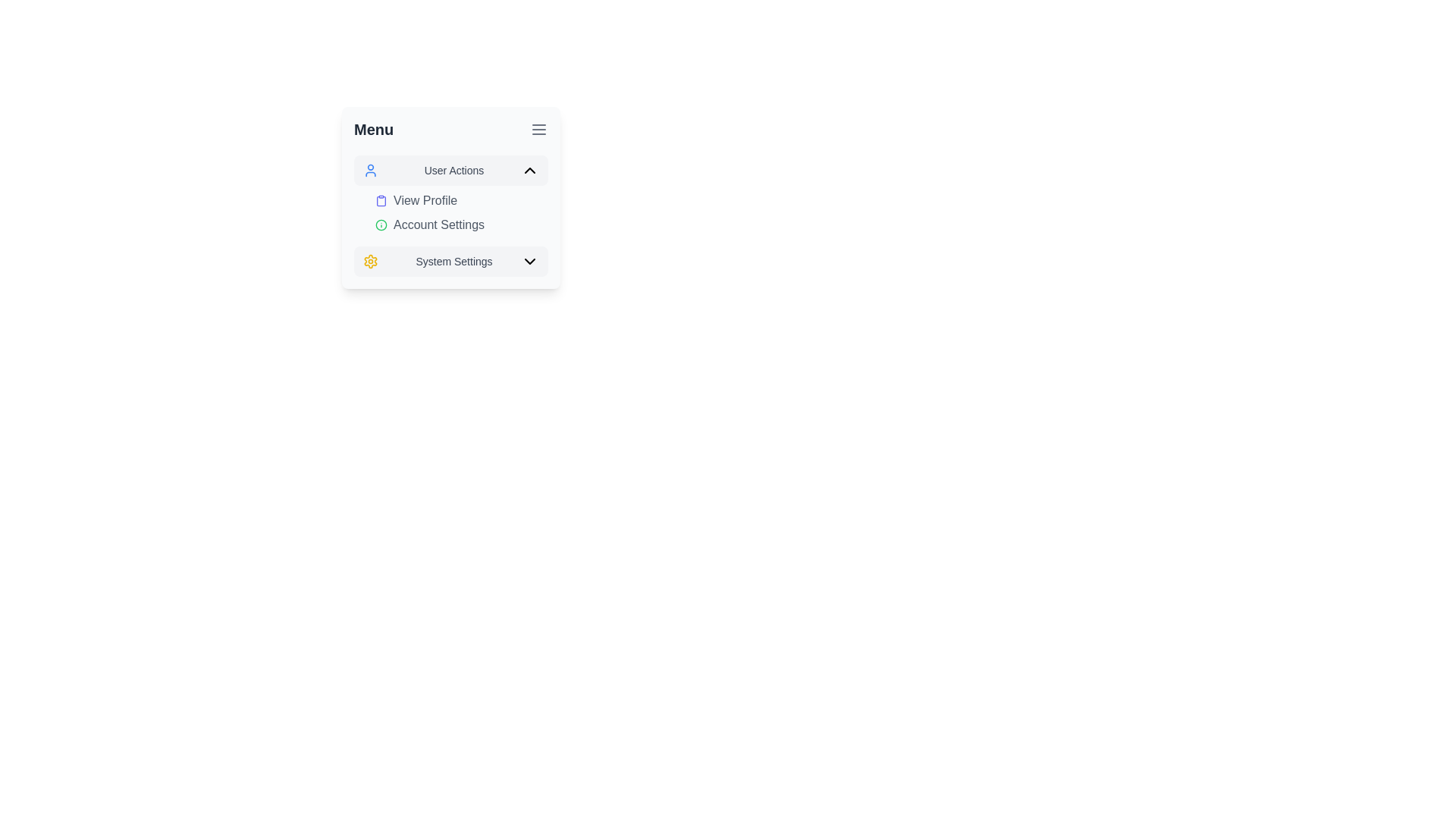 This screenshot has height=819, width=1456. Describe the element at coordinates (381, 225) in the screenshot. I see `the 'Account Settings' icon, which visually represents the menu option for account settings. This icon is positioned to the left of the text 'Account Settings' in a dropdown menu` at that location.